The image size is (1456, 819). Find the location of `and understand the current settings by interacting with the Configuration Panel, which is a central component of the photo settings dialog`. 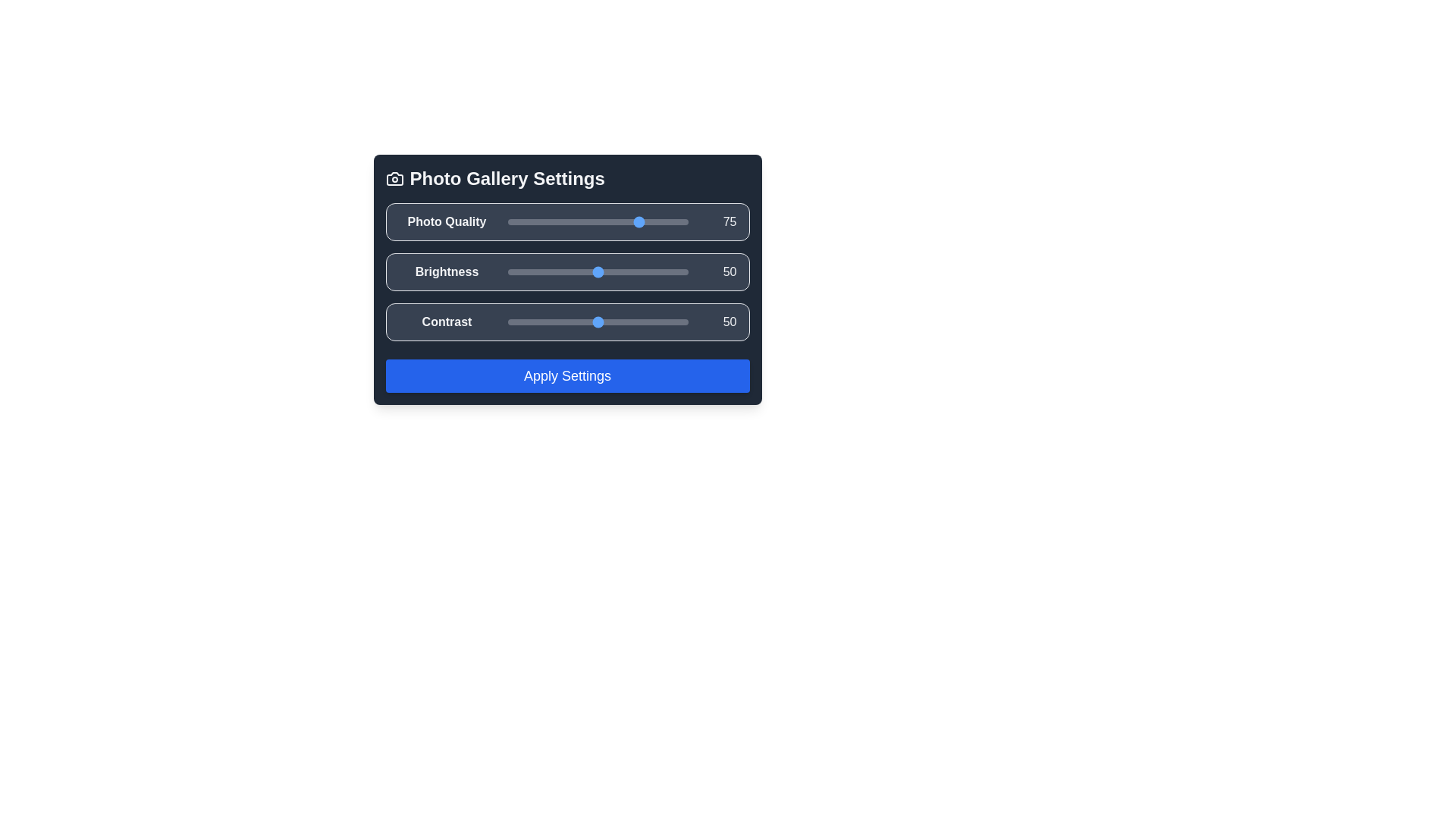

and understand the current settings by interacting with the Configuration Panel, which is a central component of the photo settings dialog is located at coordinates (566, 280).